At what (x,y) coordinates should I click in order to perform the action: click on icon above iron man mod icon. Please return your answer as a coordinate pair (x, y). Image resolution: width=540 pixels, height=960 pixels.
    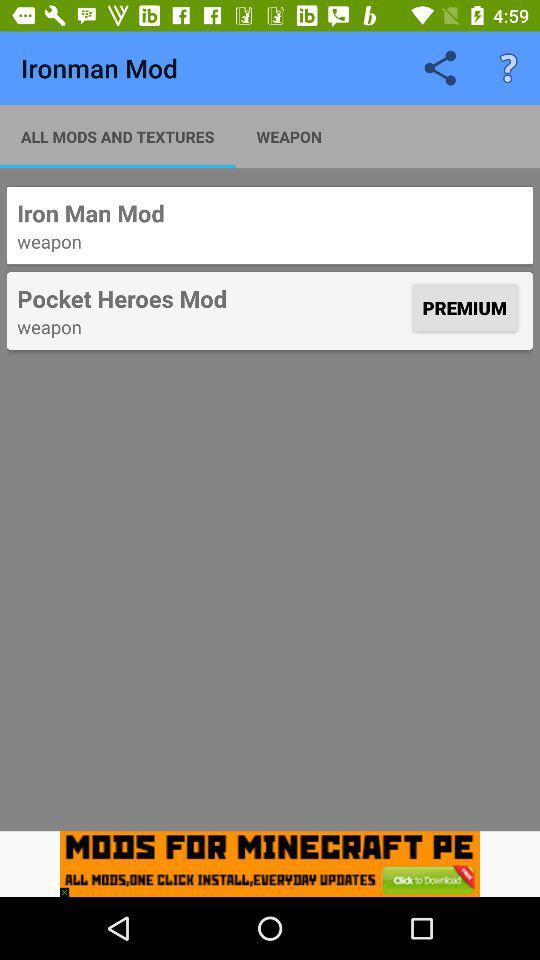
    Looking at the image, I should click on (117, 135).